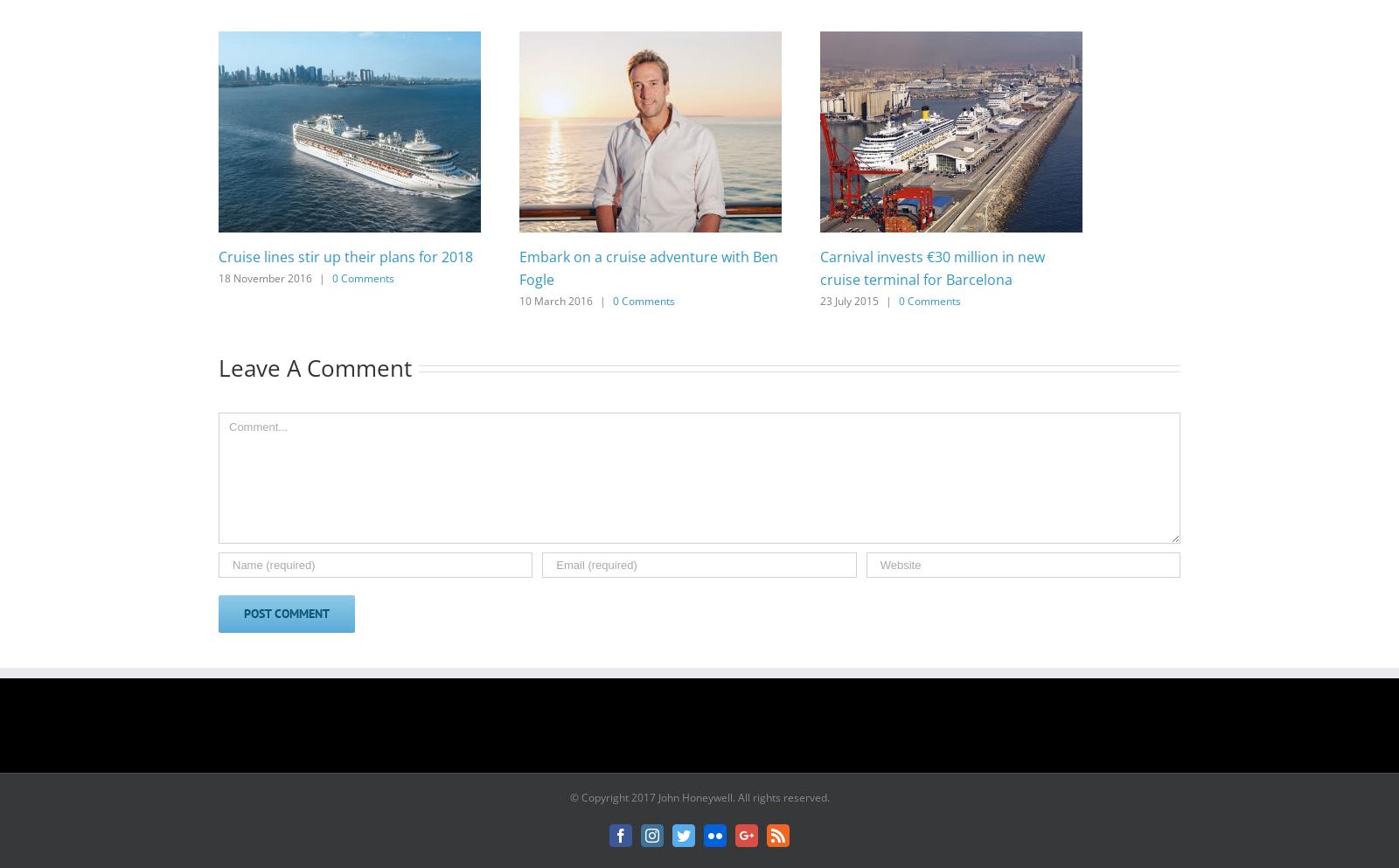  What do you see at coordinates (265, 276) in the screenshot?
I see `'18 November 2016'` at bounding box center [265, 276].